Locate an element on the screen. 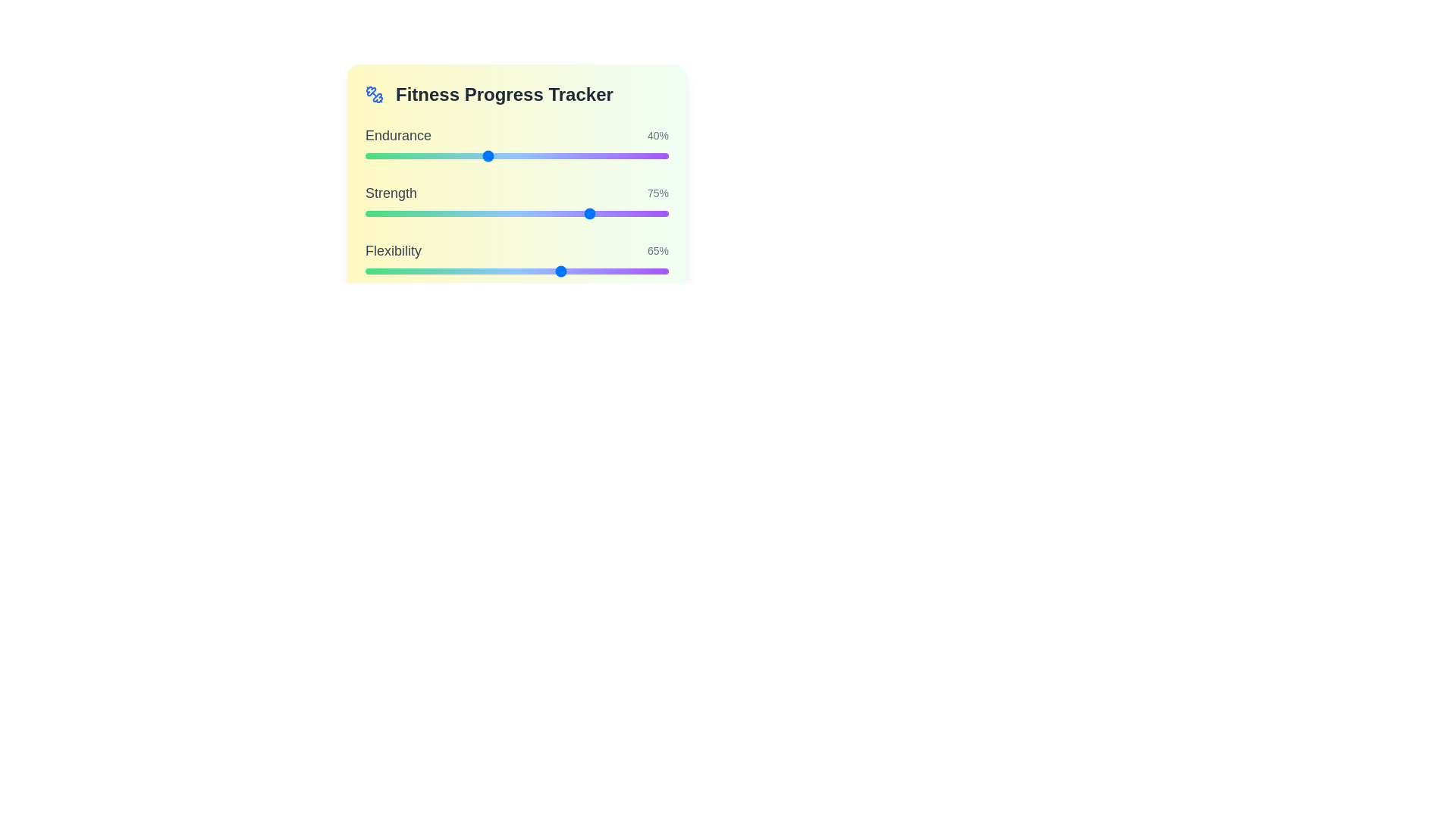 The width and height of the screenshot is (1456, 819). the endurance value is located at coordinates (582, 155).